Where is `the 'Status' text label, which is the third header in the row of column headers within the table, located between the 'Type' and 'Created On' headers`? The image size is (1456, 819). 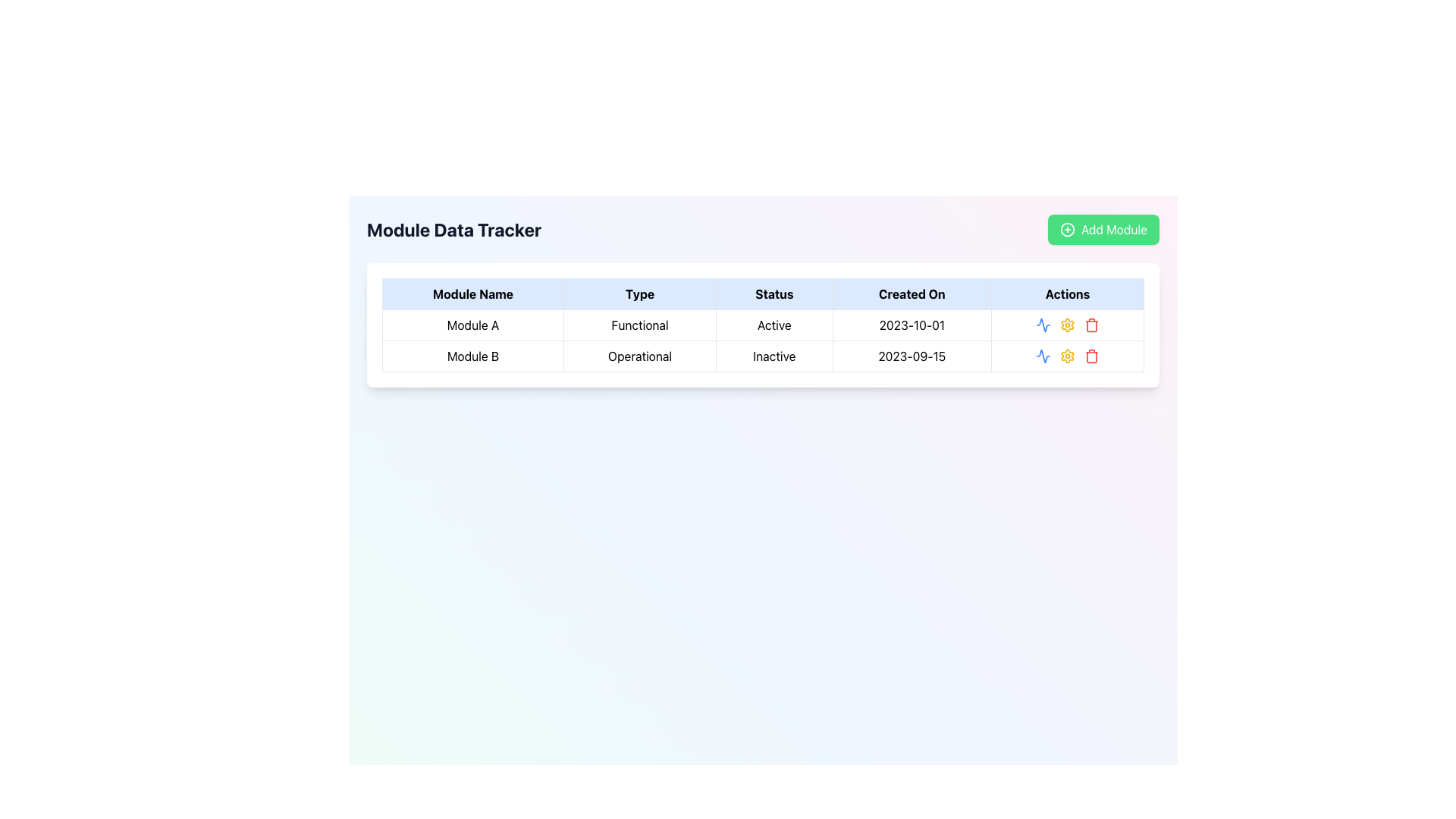
the 'Status' text label, which is the third header in the row of column headers within the table, located between the 'Type' and 'Created On' headers is located at coordinates (774, 294).